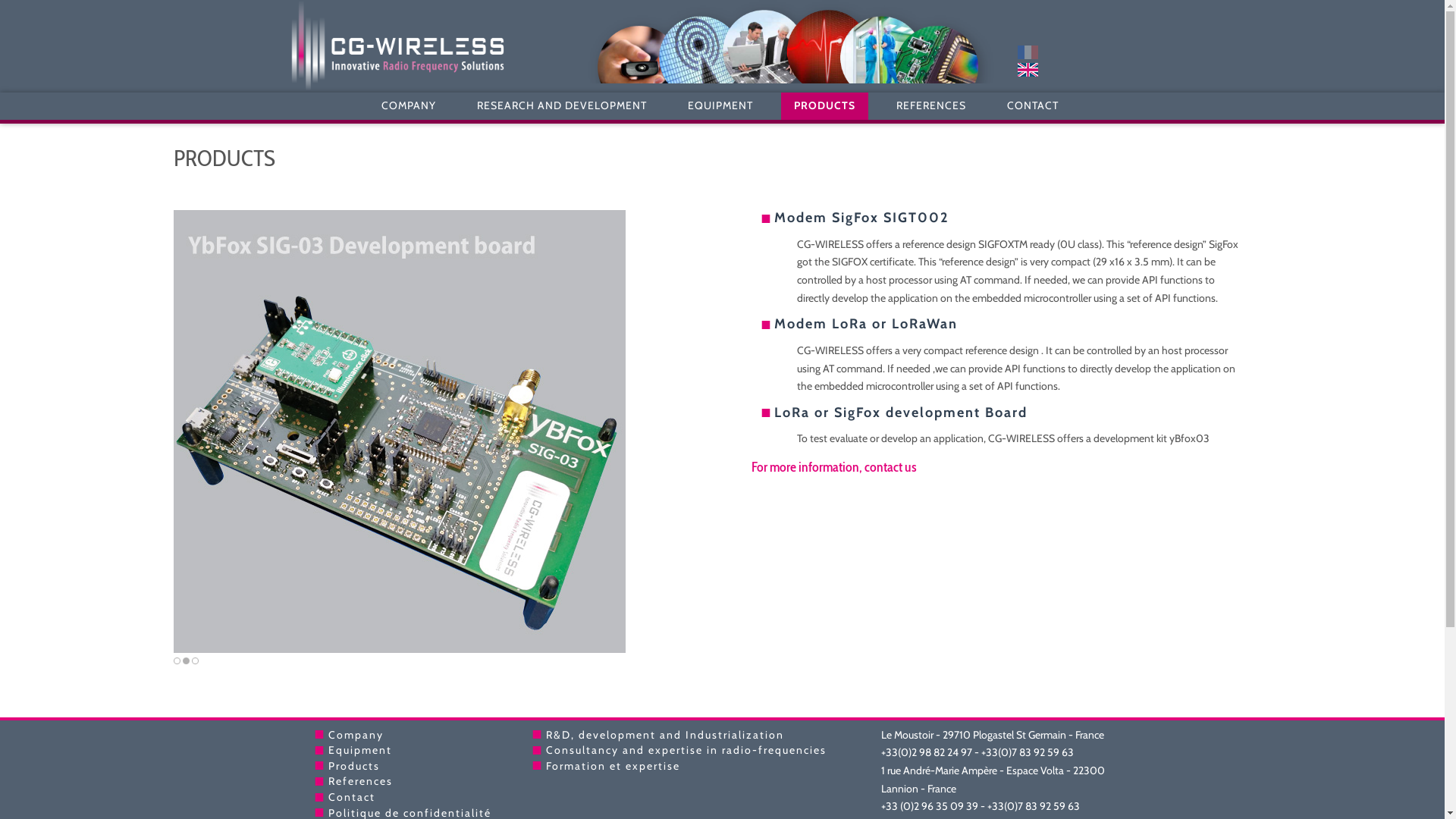  Describe the element at coordinates (182, 660) in the screenshot. I see `'2'` at that location.